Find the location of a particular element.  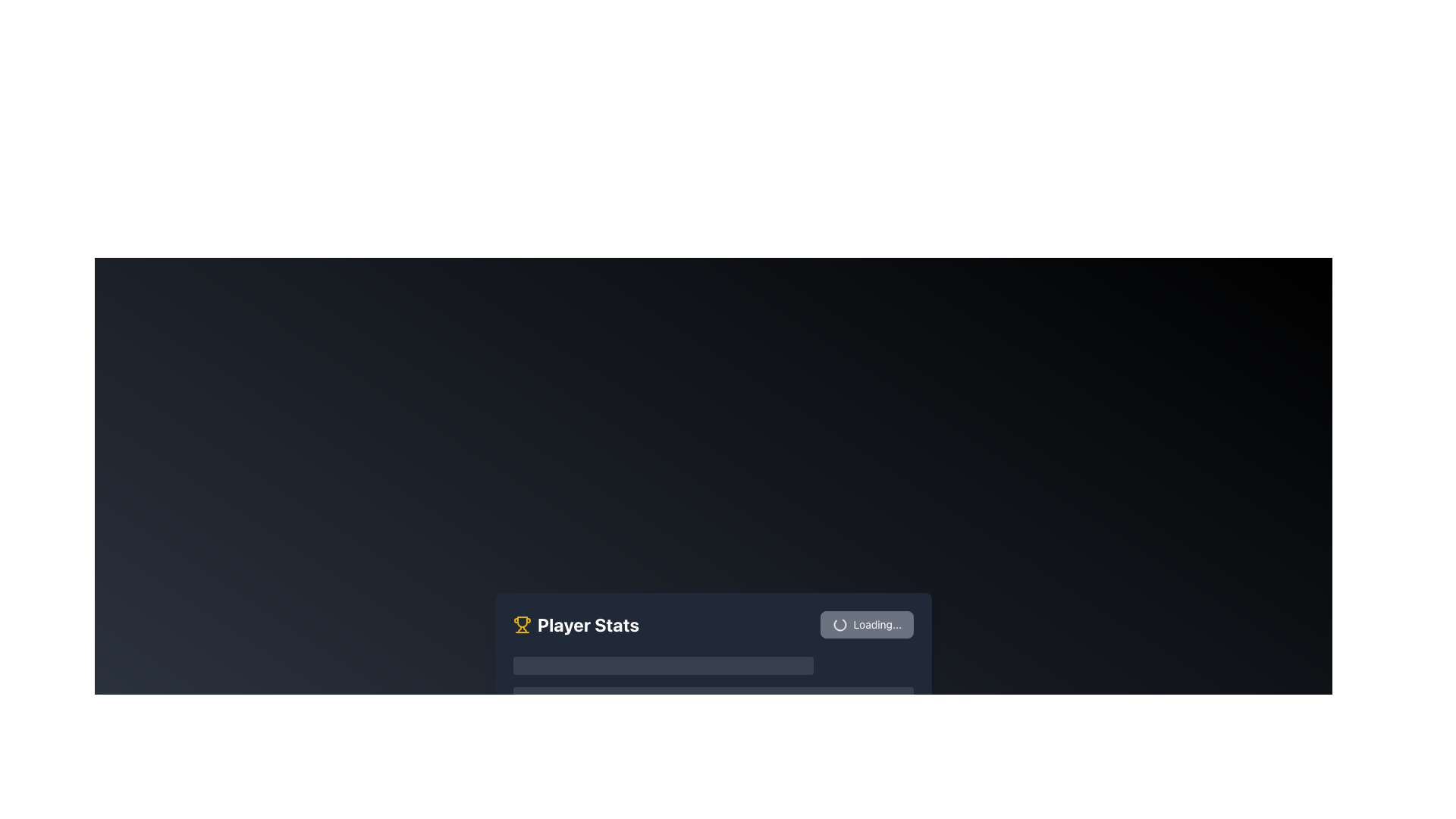

the circular loading spinner icon located to the left of the text 'Loading...' within the button in the 'Player Stats' pane is located at coordinates (839, 625).